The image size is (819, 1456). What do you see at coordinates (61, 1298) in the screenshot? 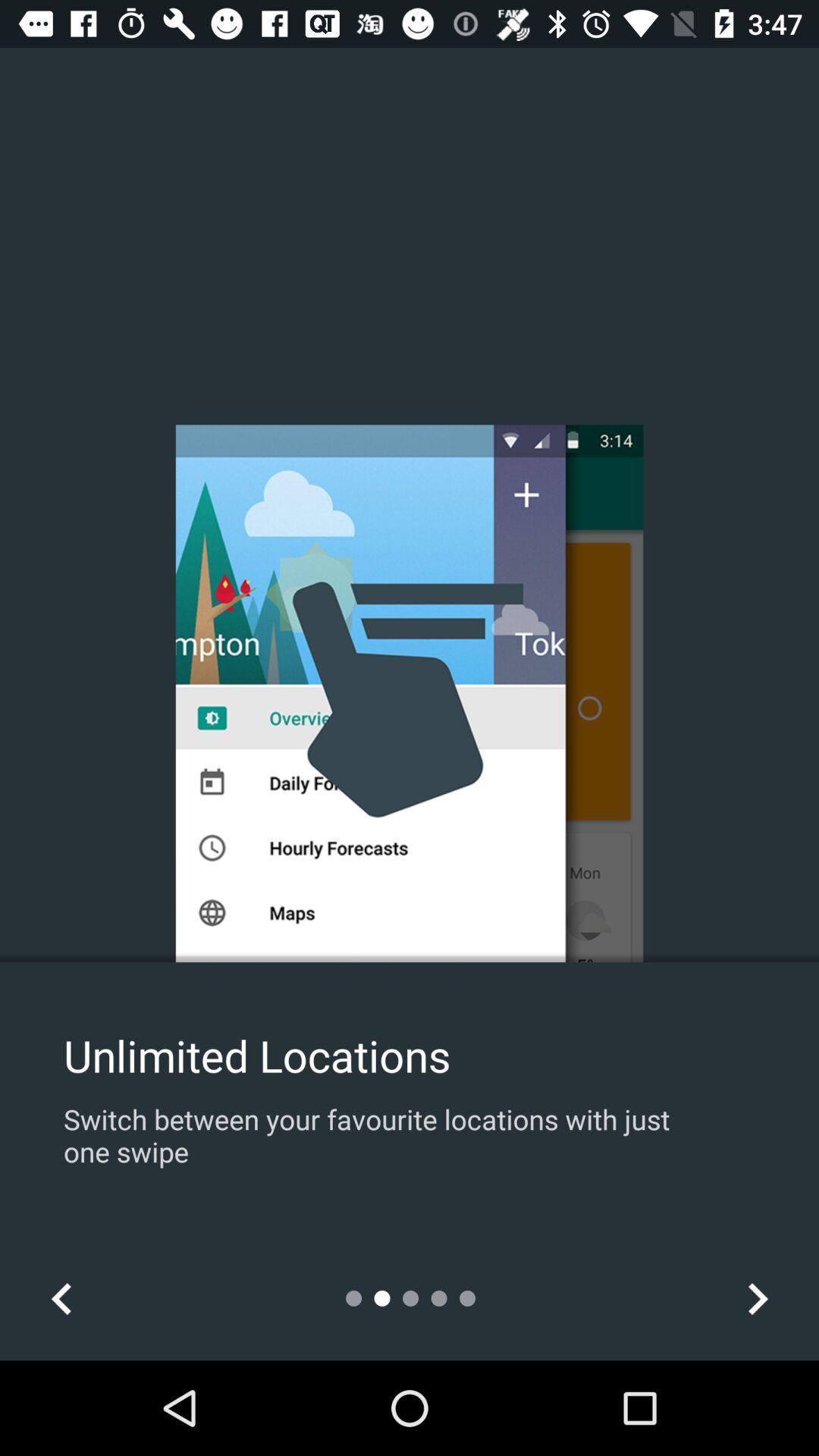
I see `icon below switch between your icon` at bounding box center [61, 1298].